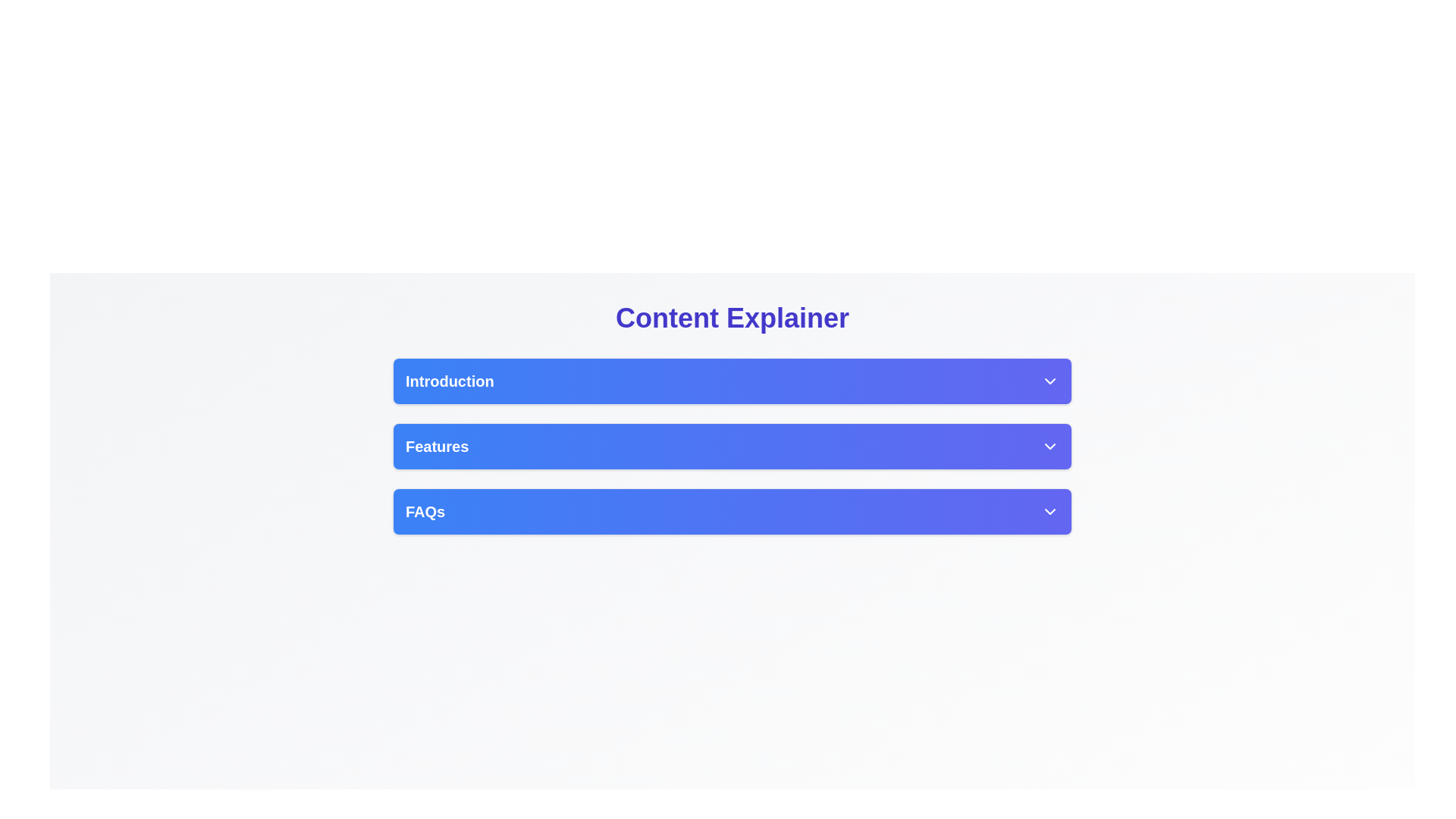 This screenshot has width=1456, height=819. Describe the element at coordinates (1050, 380) in the screenshot. I see `the chevron icon located on the far-right side of the 'Introduction' button for keyboard interaction` at that location.